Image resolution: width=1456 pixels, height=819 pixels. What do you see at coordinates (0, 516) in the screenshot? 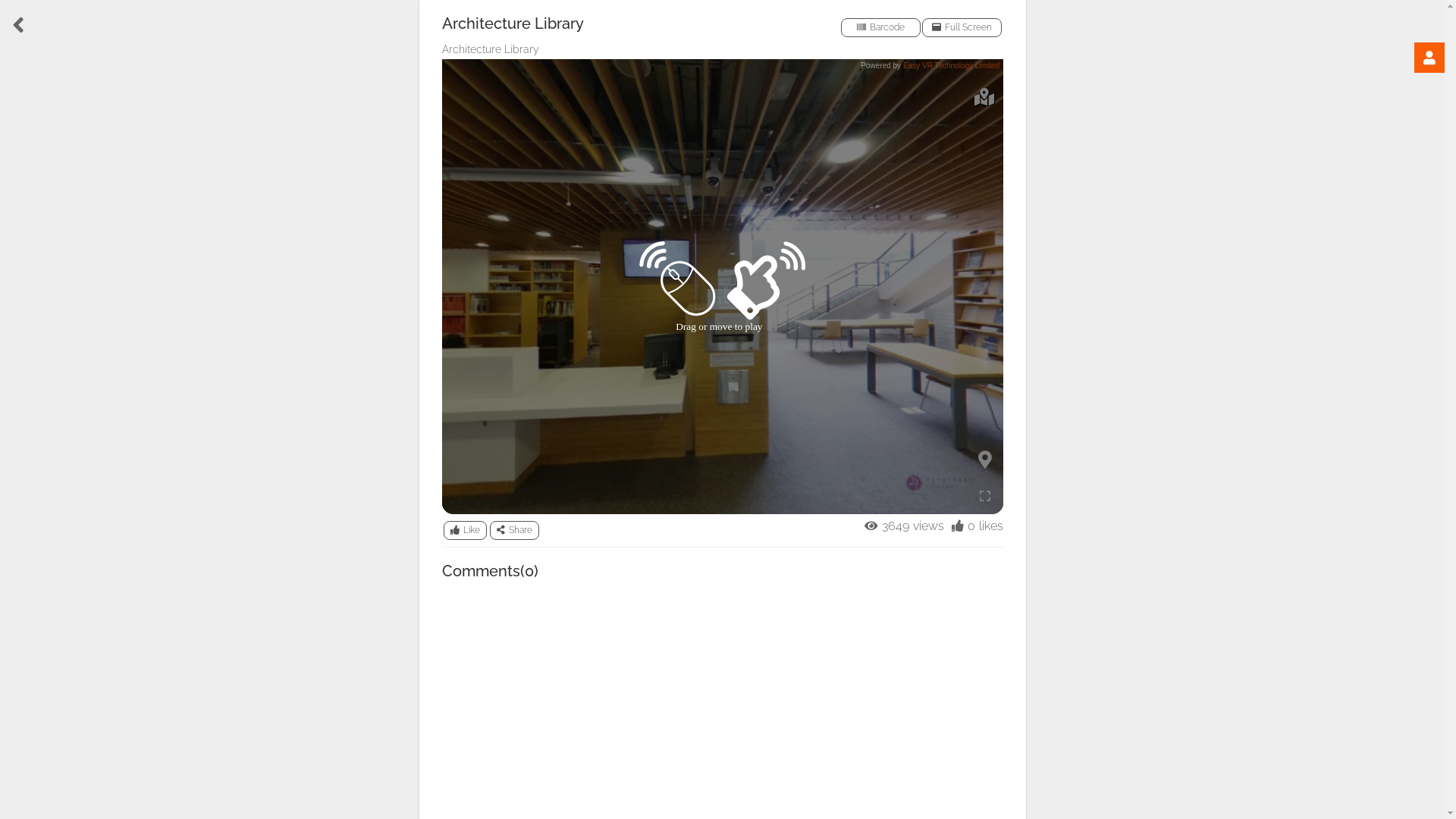
I see `'HEALTH'` at bounding box center [0, 516].